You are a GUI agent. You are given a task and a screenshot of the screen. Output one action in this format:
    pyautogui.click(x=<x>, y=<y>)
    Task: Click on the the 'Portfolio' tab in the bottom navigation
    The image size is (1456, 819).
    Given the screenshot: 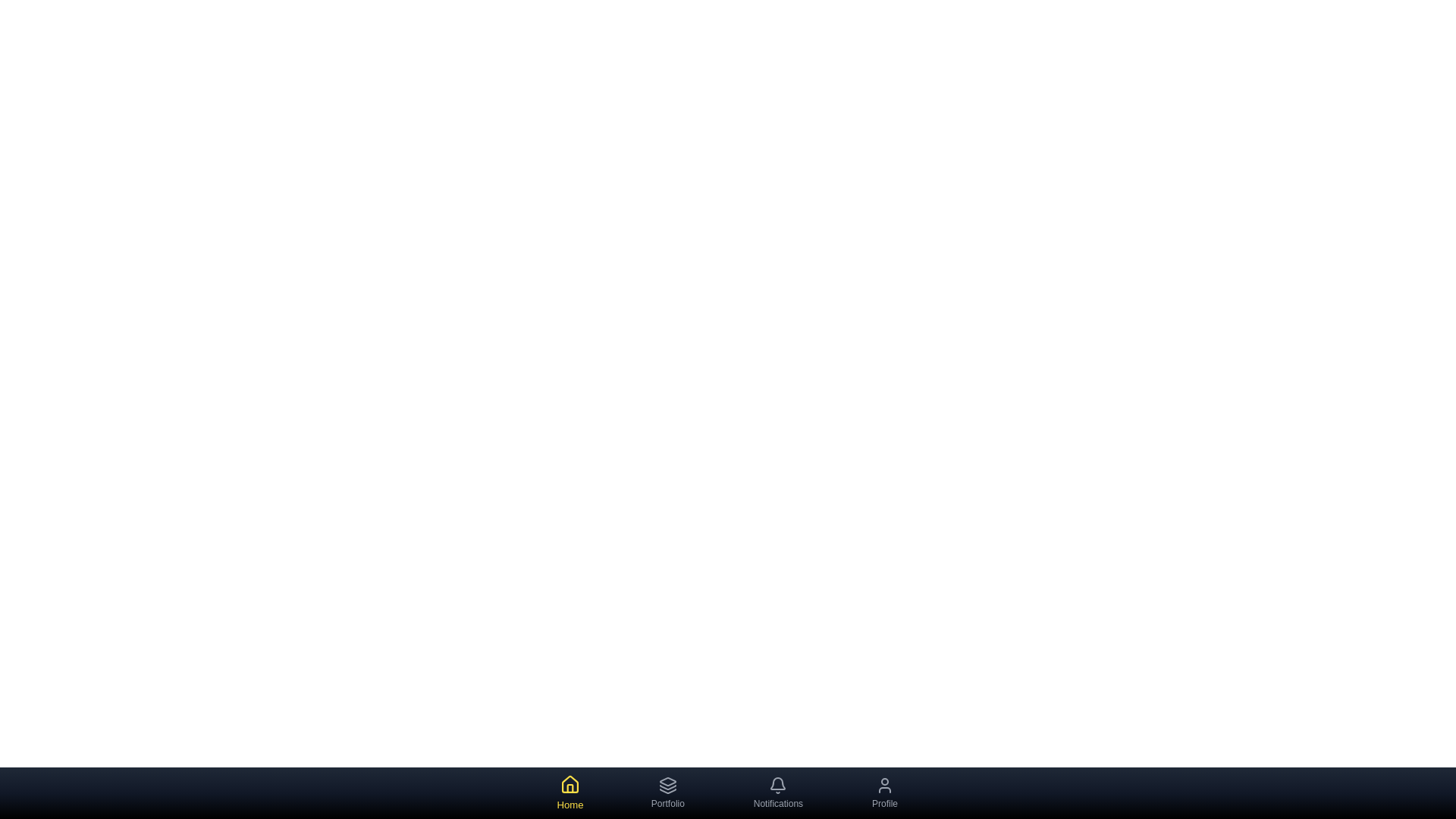 What is the action you would take?
    pyautogui.click(x=667, y=792)
    